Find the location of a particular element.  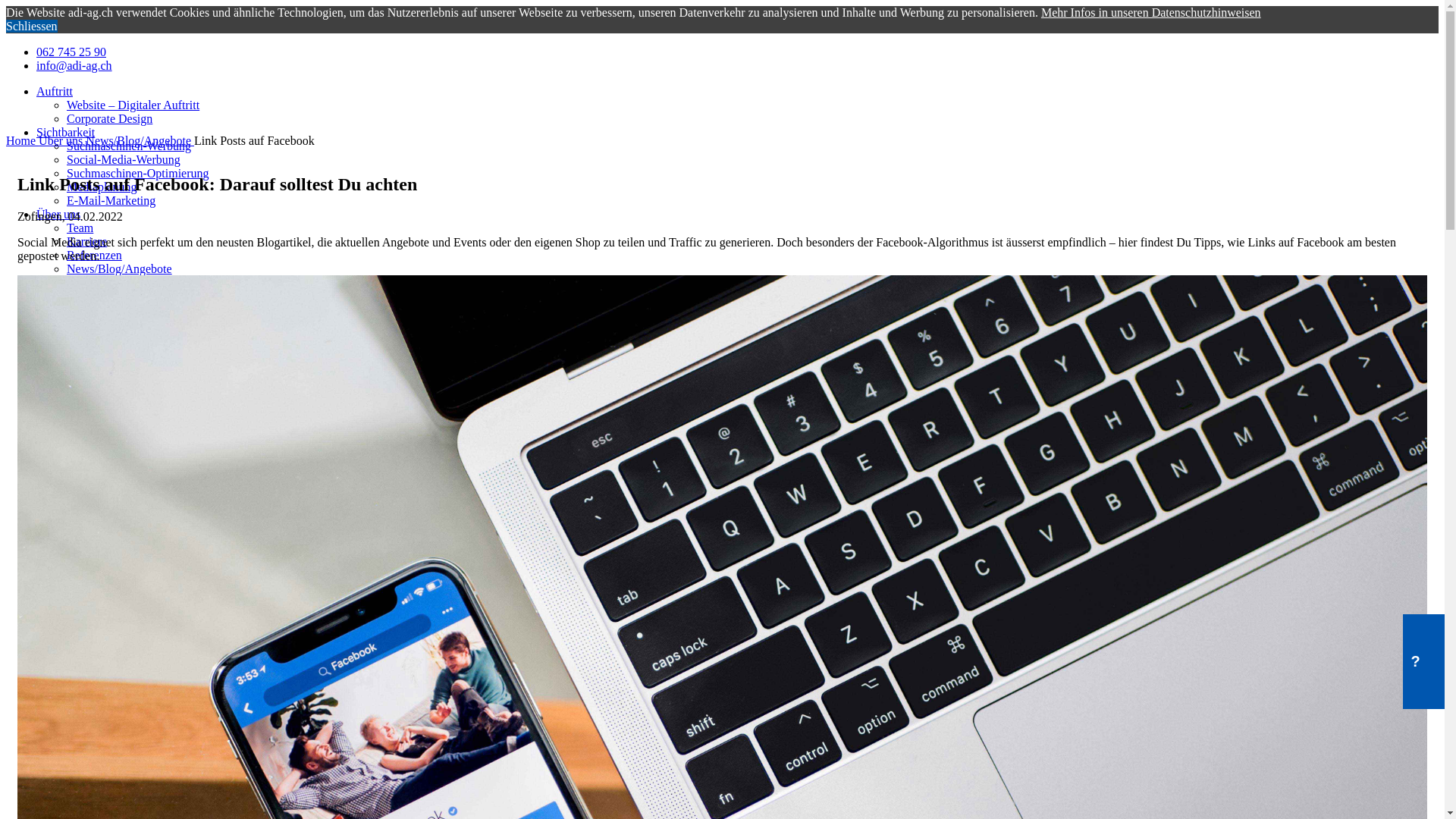

'Schliessen' is located at coordinates (32, 26).